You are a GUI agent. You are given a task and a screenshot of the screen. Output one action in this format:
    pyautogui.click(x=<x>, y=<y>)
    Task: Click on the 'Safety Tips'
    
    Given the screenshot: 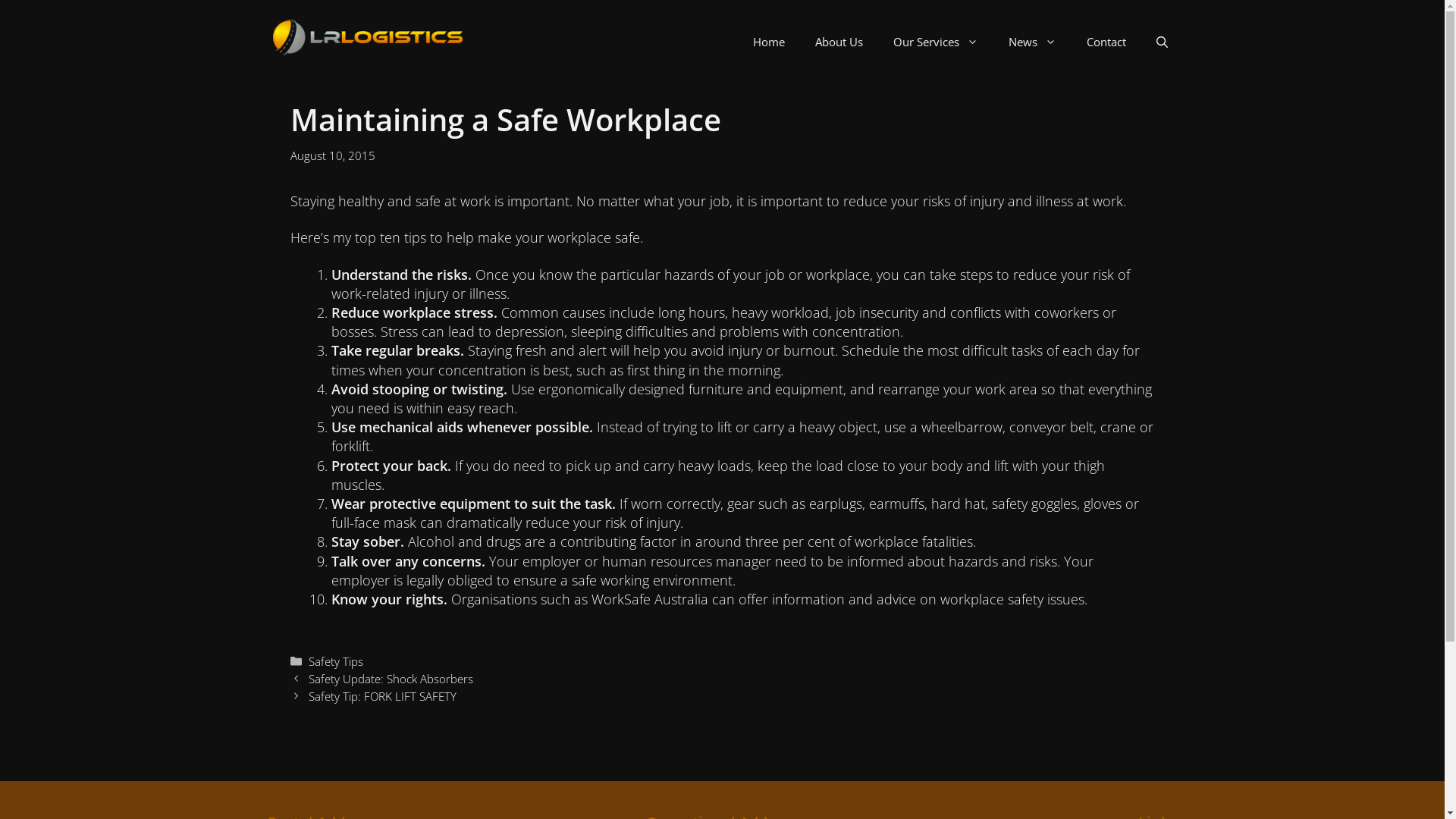 What is the action you would take?
    pyautogui.click(x=334, y=660)
    